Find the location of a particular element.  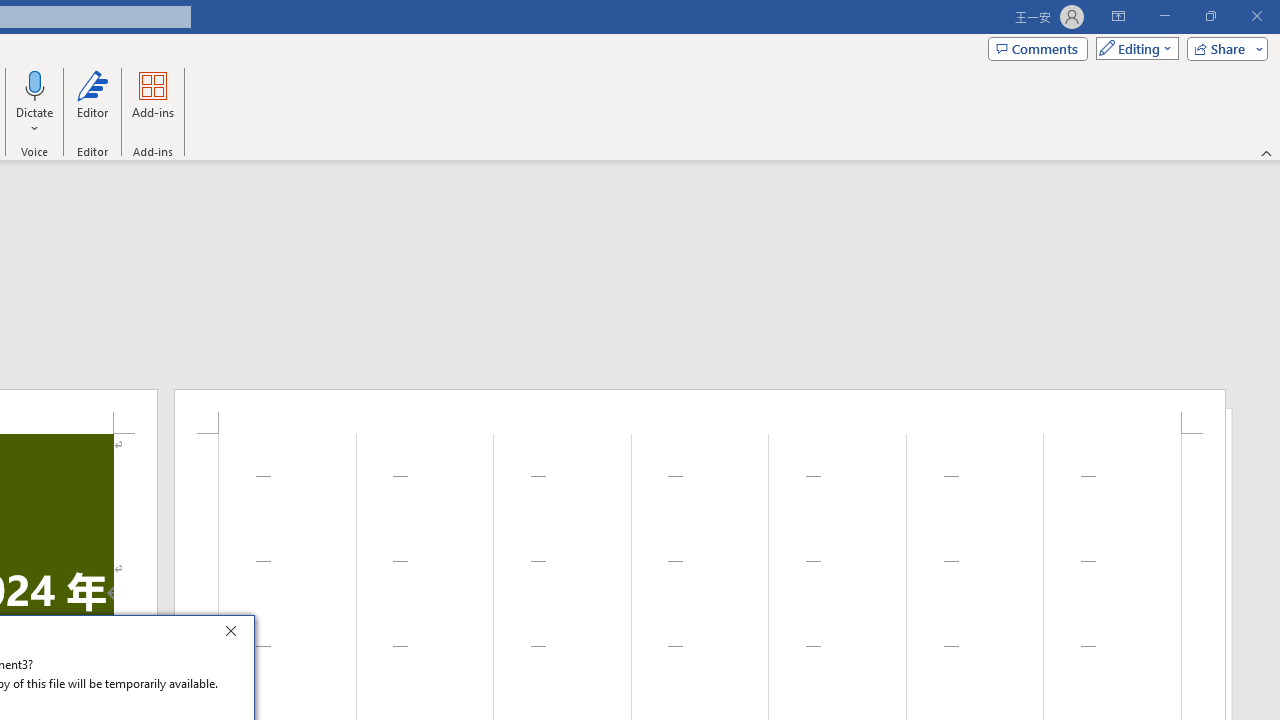

'Dictate' is located at coordinates (35, 103).